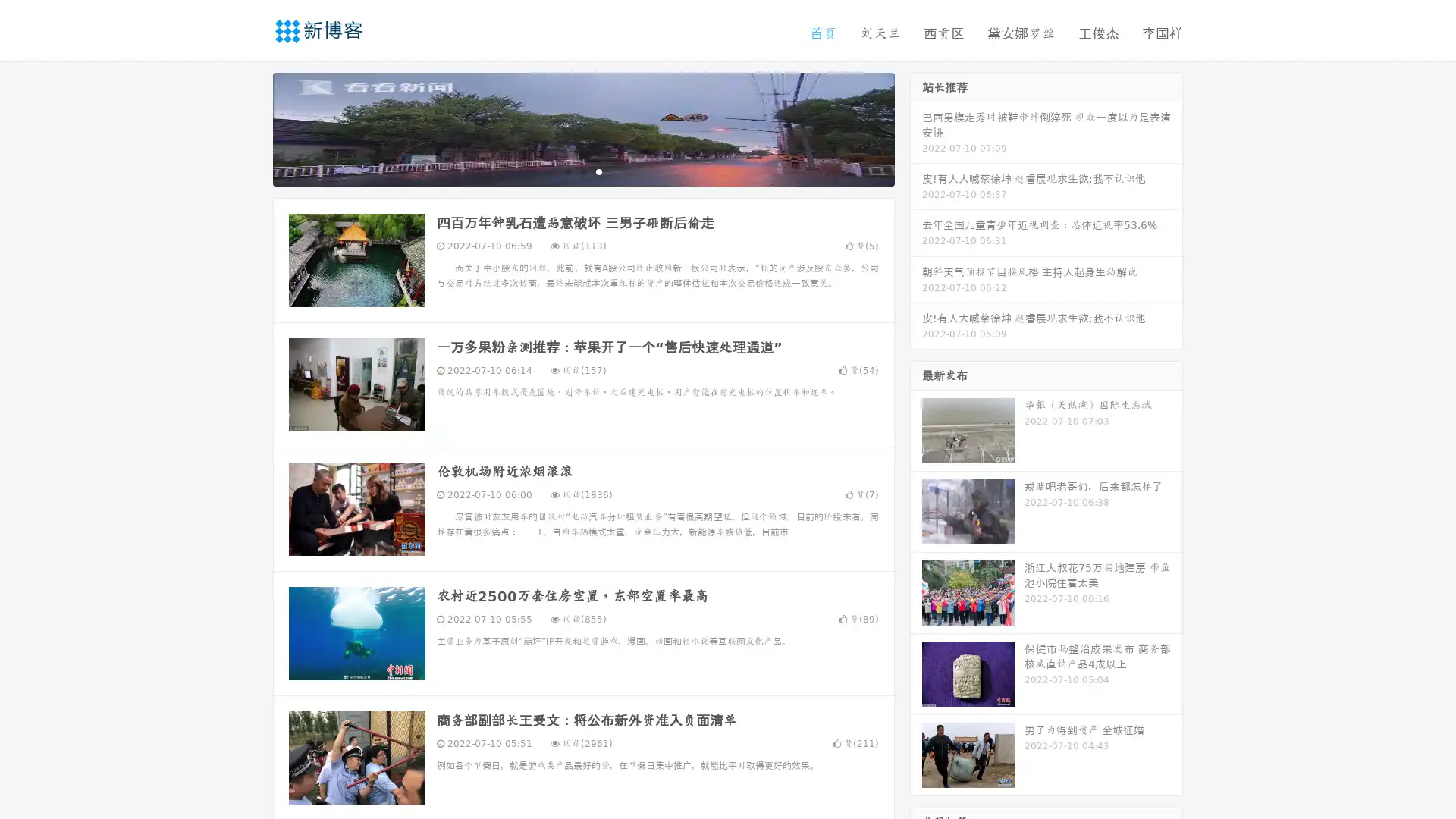  Describe the element at coordinates (250, 127) in the screenshot. I see `Previous slide` at that location.